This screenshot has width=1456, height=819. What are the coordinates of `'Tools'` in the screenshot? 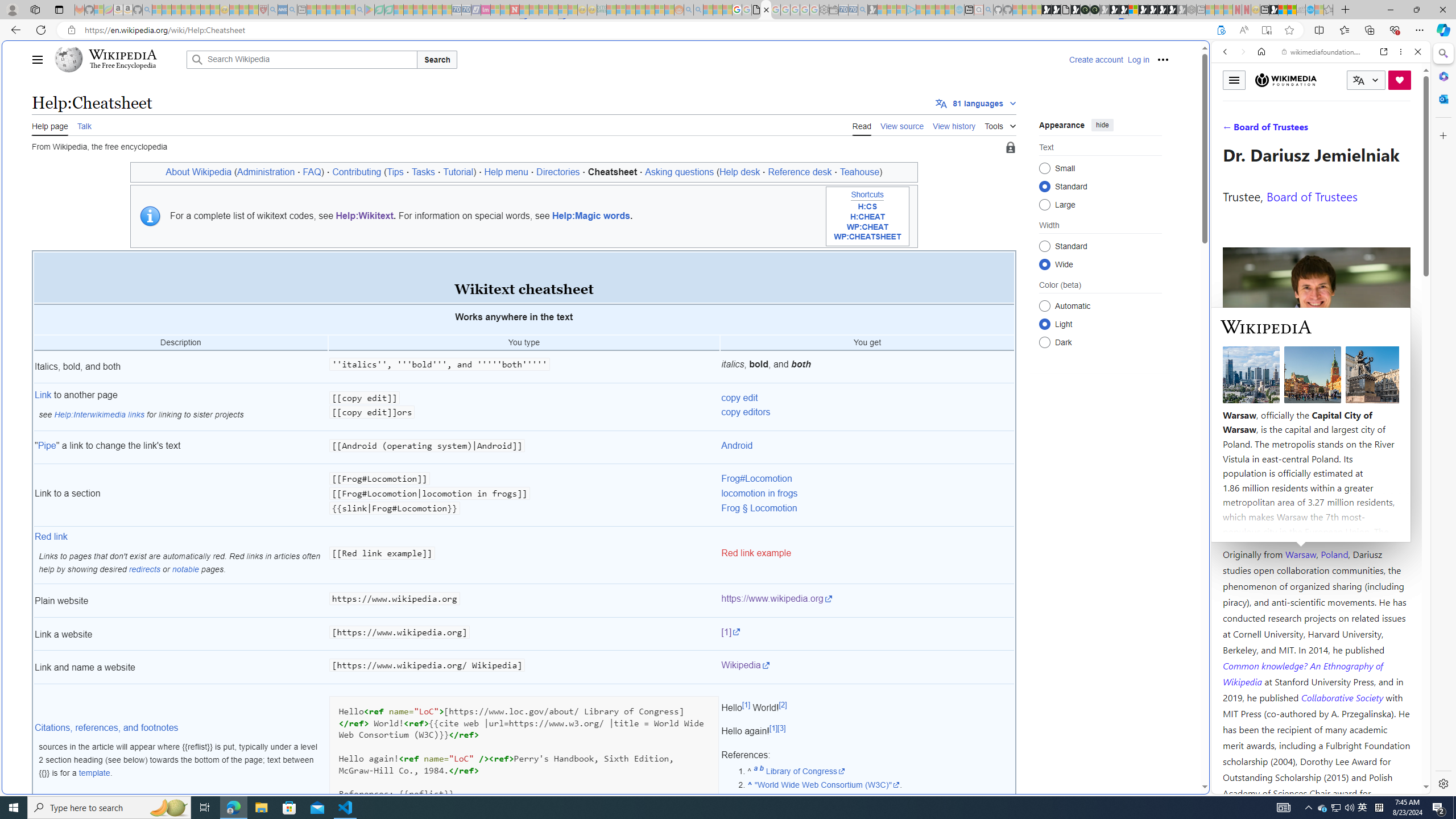 It's located at (999, 124).